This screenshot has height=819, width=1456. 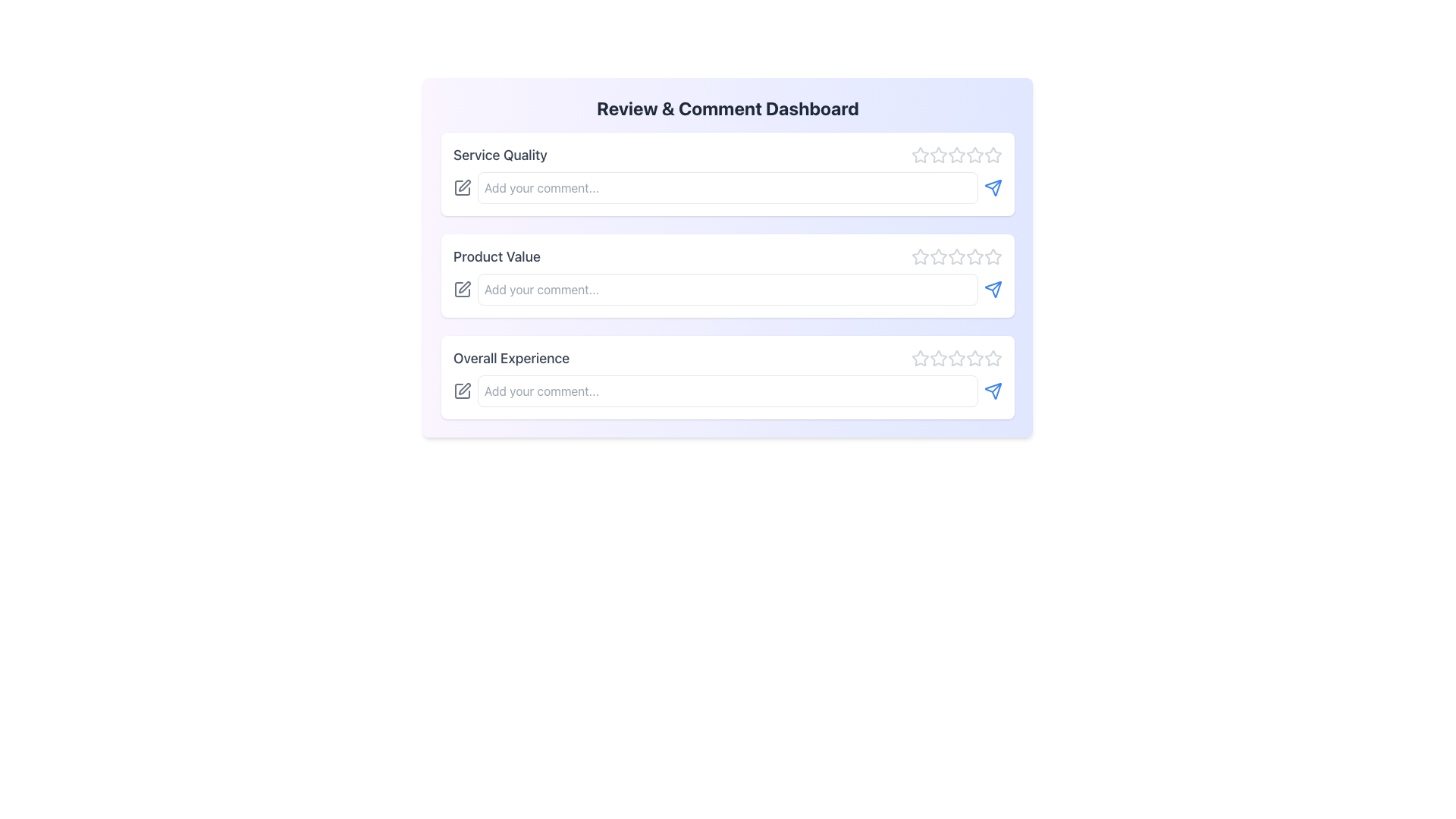 I want to click on the second star icon in the 'Service Quality' rating section to rate it, so click(x=937, y=155).